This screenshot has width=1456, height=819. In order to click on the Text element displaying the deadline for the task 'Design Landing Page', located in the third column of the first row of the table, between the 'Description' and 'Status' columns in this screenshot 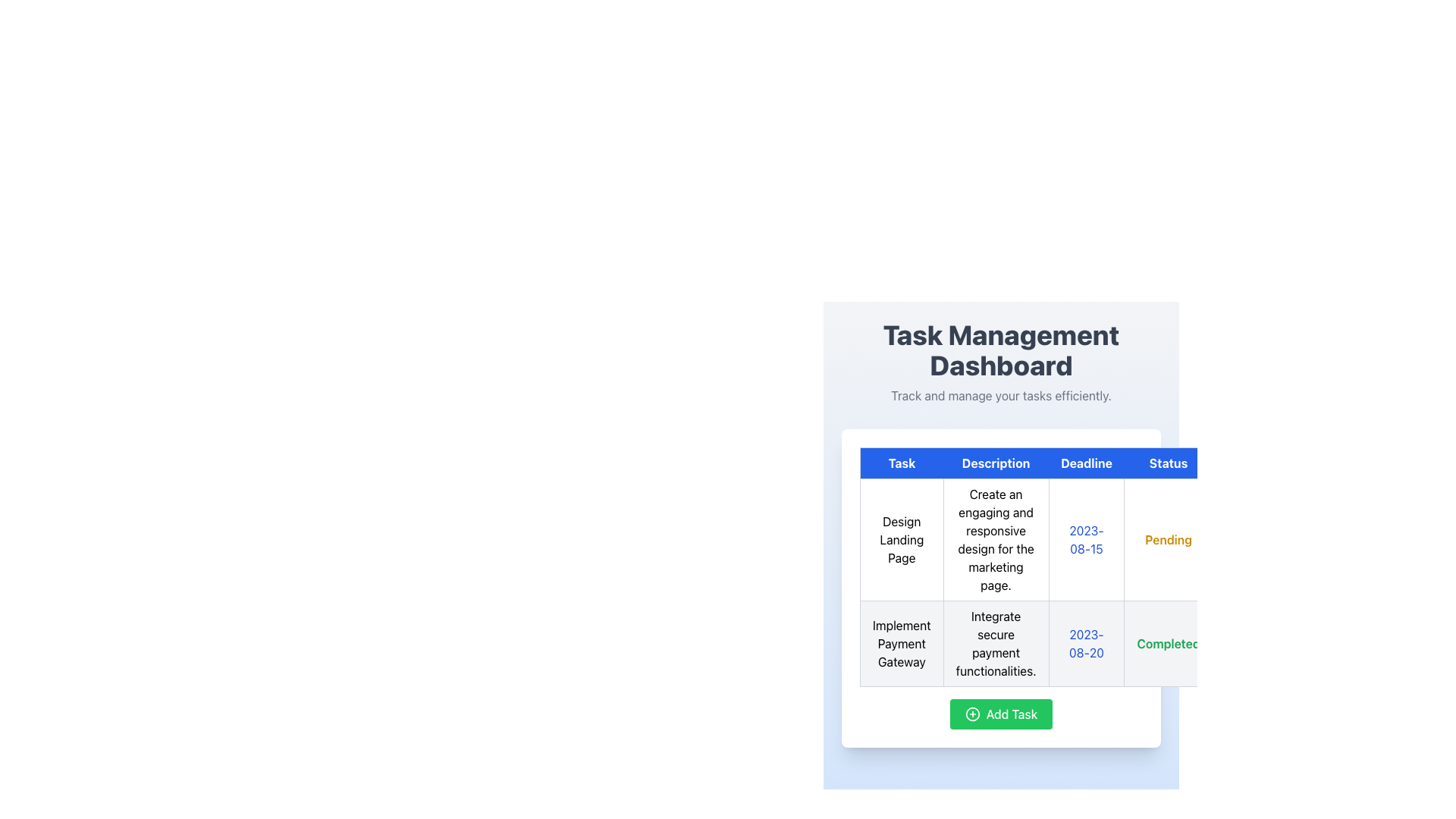, I will do `click(1070, 539)`.